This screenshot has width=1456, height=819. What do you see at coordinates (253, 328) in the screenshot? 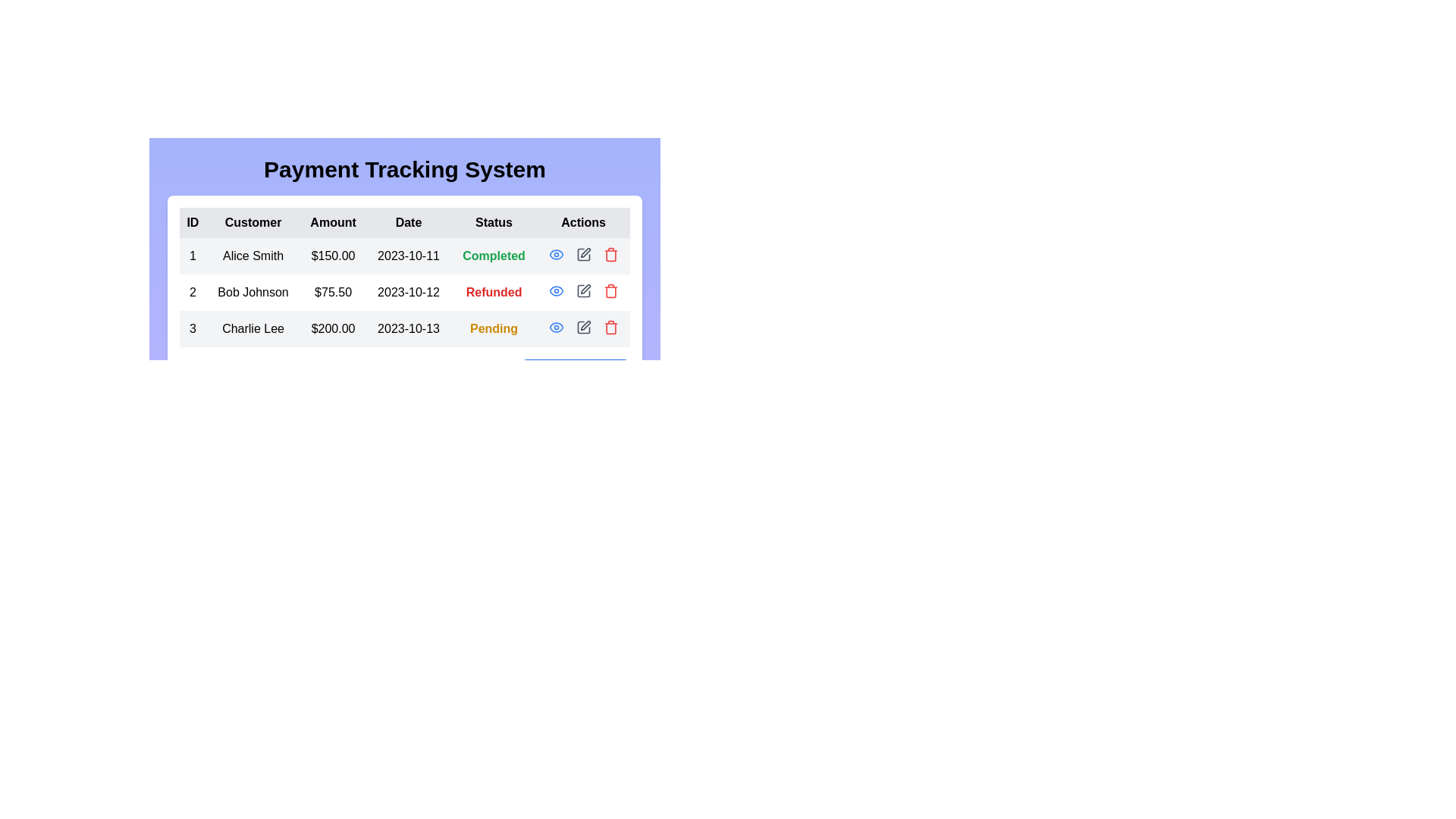
I see `the text label 'Charlie Lee' located in the second column under 'Customer' in the Payment Tracking System interface, specifically in the table row corresponding to ID 3` at bounding box center [253, 328].